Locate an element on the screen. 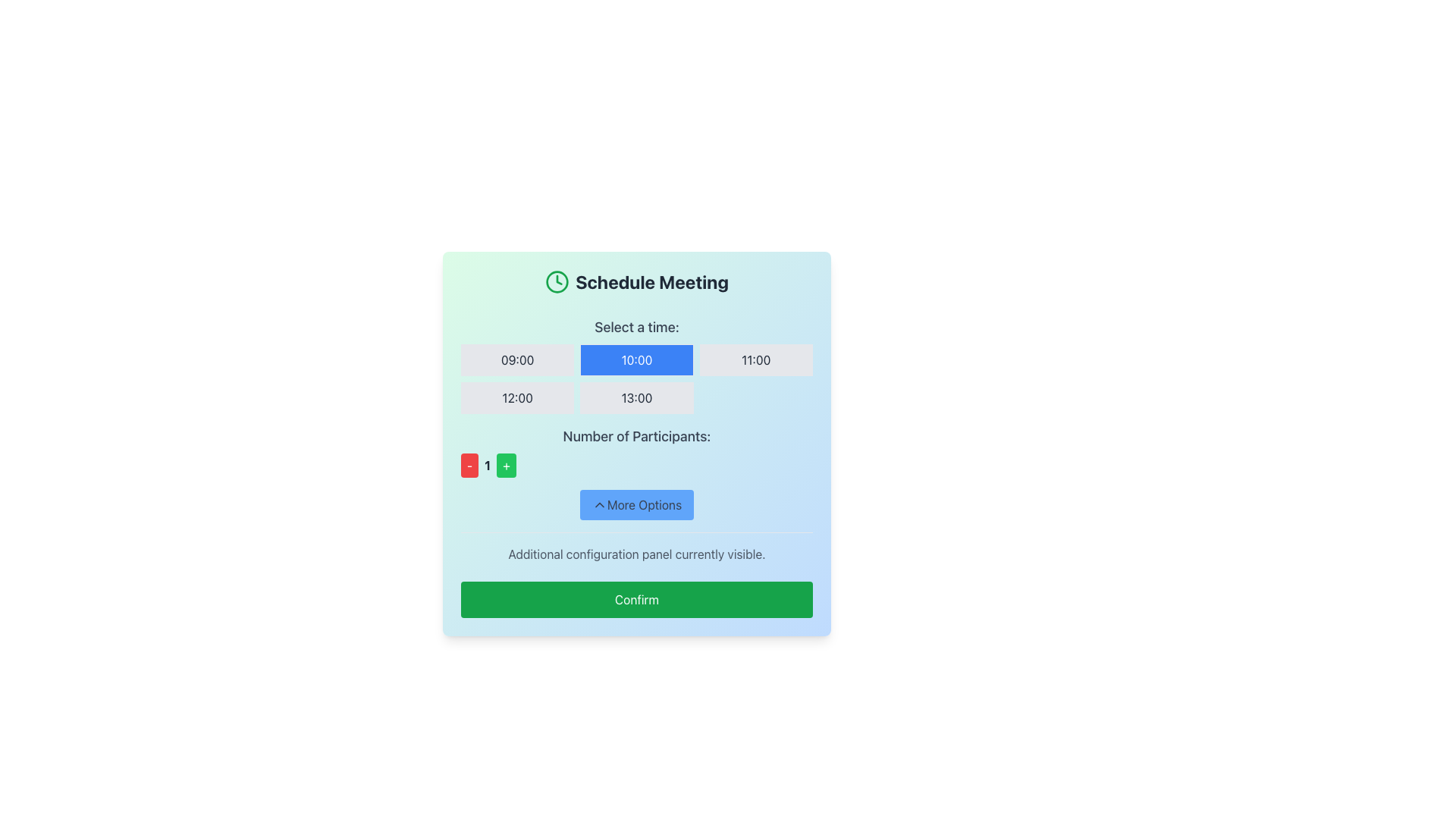 This screenshot has width=1456, height=819. the decrement button for adjusting the number of participants, which is positioned directly to the left of the text displaying '1' is located at coordinates (469, 464).